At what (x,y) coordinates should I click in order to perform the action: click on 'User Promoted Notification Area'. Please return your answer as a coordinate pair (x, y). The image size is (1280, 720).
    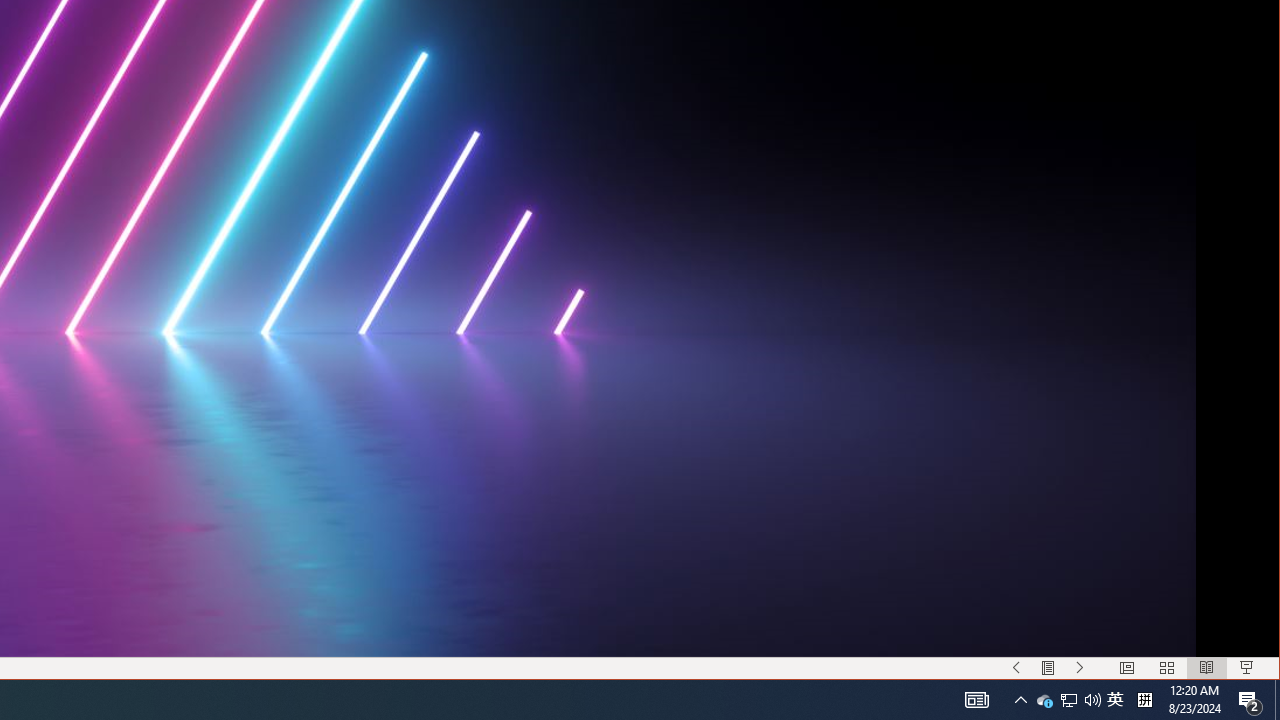
    Looking at the image, I should click on (1067, 698).